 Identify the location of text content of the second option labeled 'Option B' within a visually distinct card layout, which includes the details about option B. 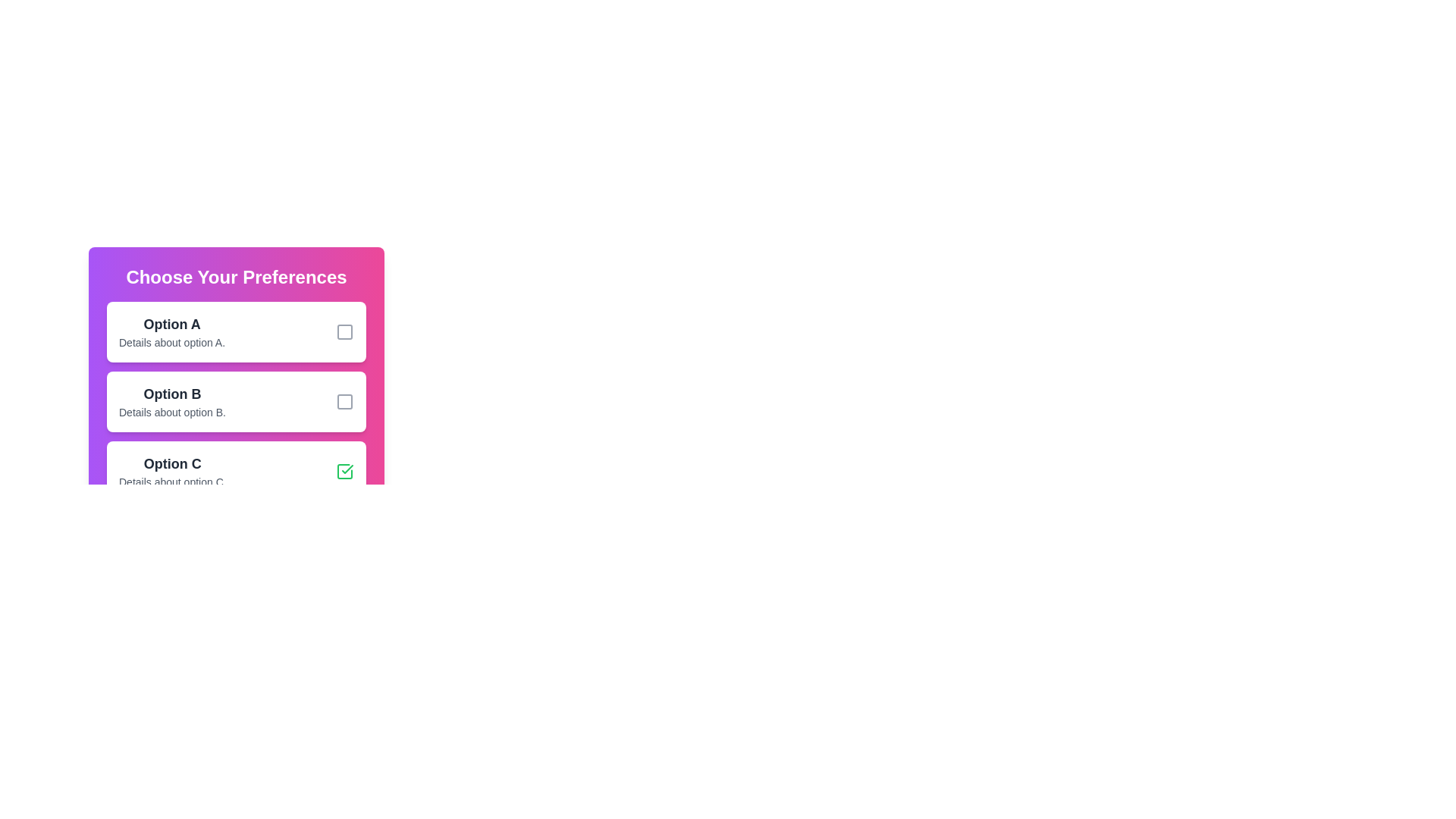
(172, 400).